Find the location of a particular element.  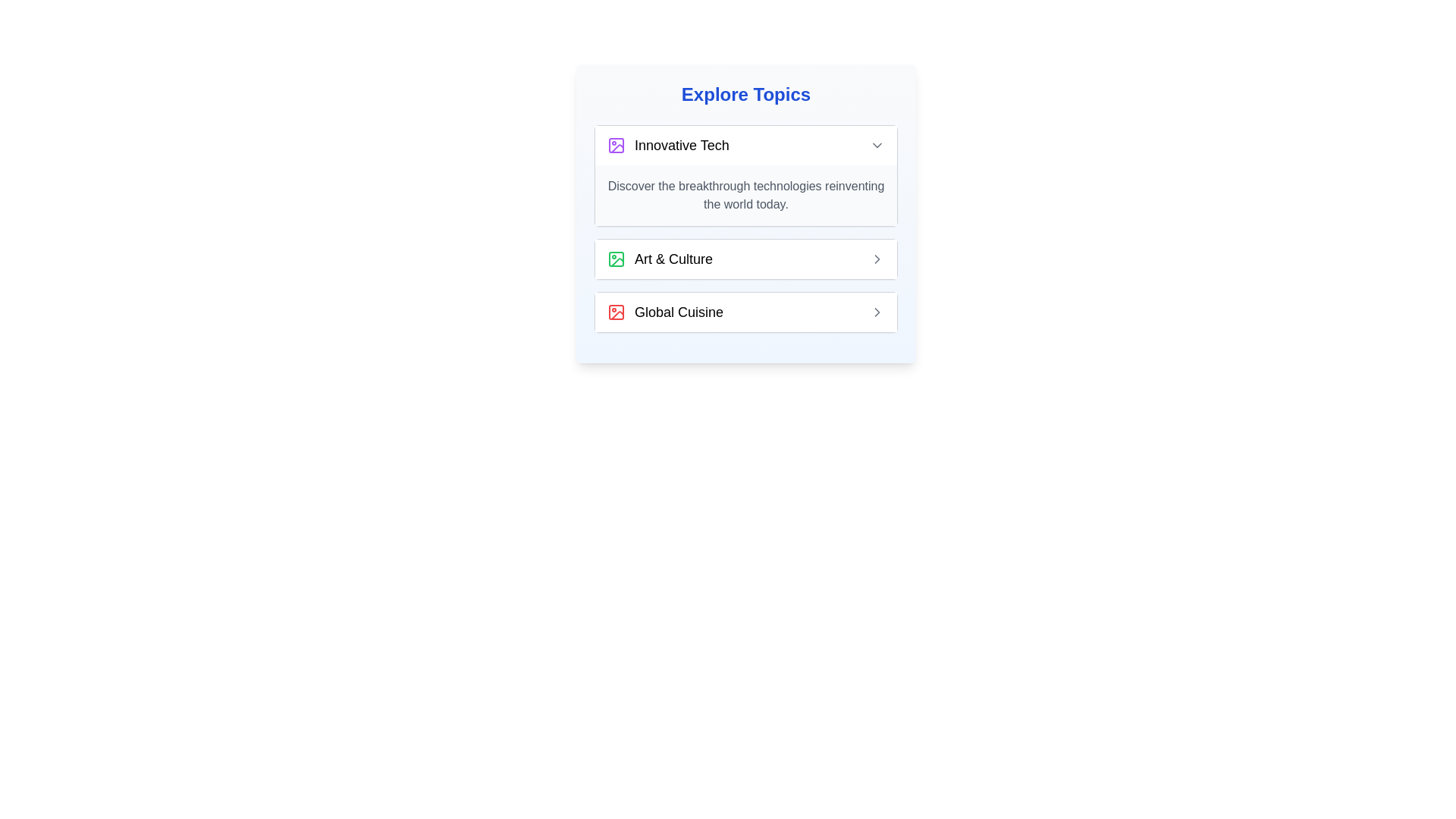

the Labeled Icon Component representing the 'Innovative Tech' topic is located at coordinates (667, 146).